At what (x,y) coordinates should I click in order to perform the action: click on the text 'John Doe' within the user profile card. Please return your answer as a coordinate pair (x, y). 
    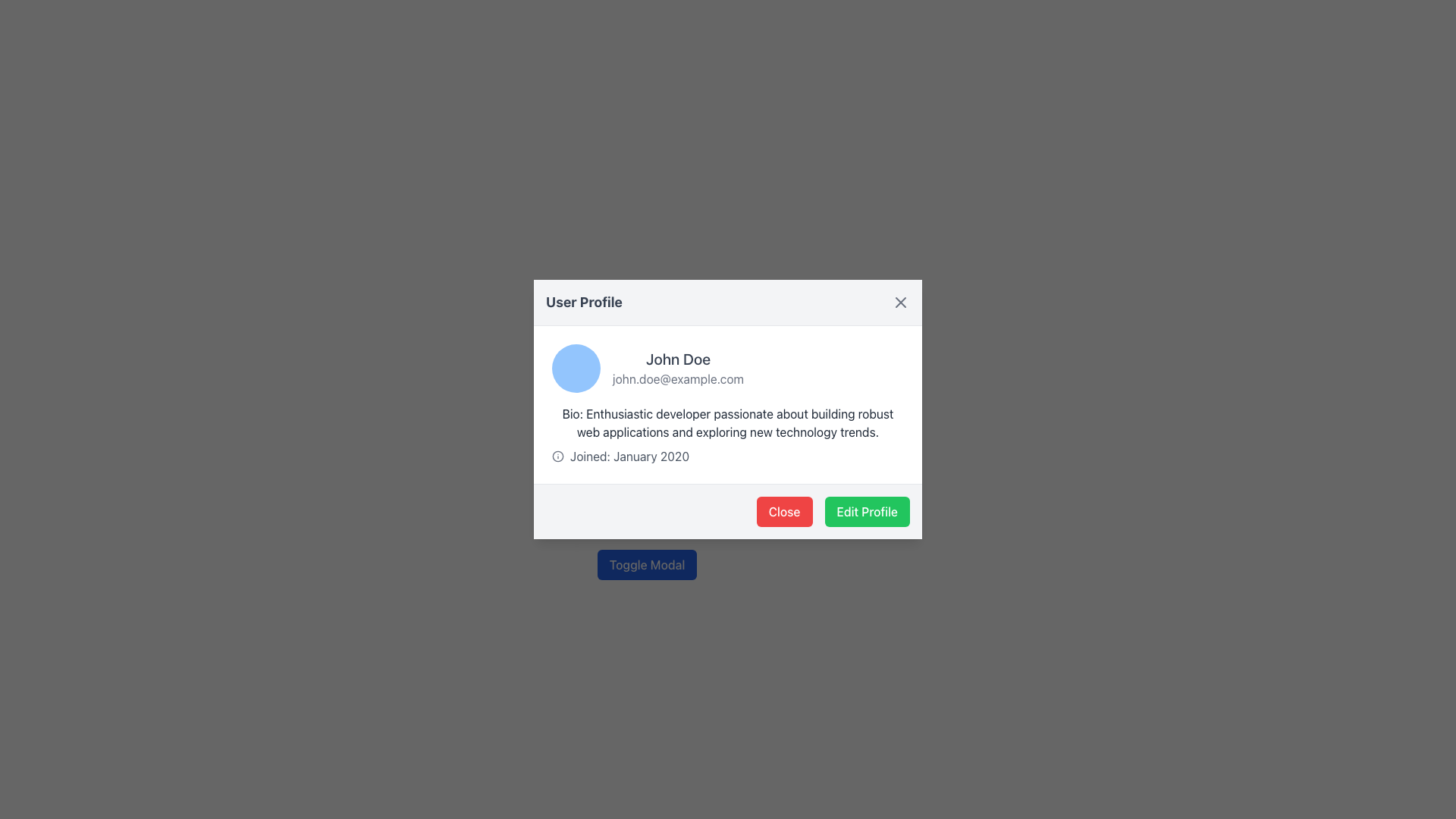
    Looking at the image, I should click on (677, 359).